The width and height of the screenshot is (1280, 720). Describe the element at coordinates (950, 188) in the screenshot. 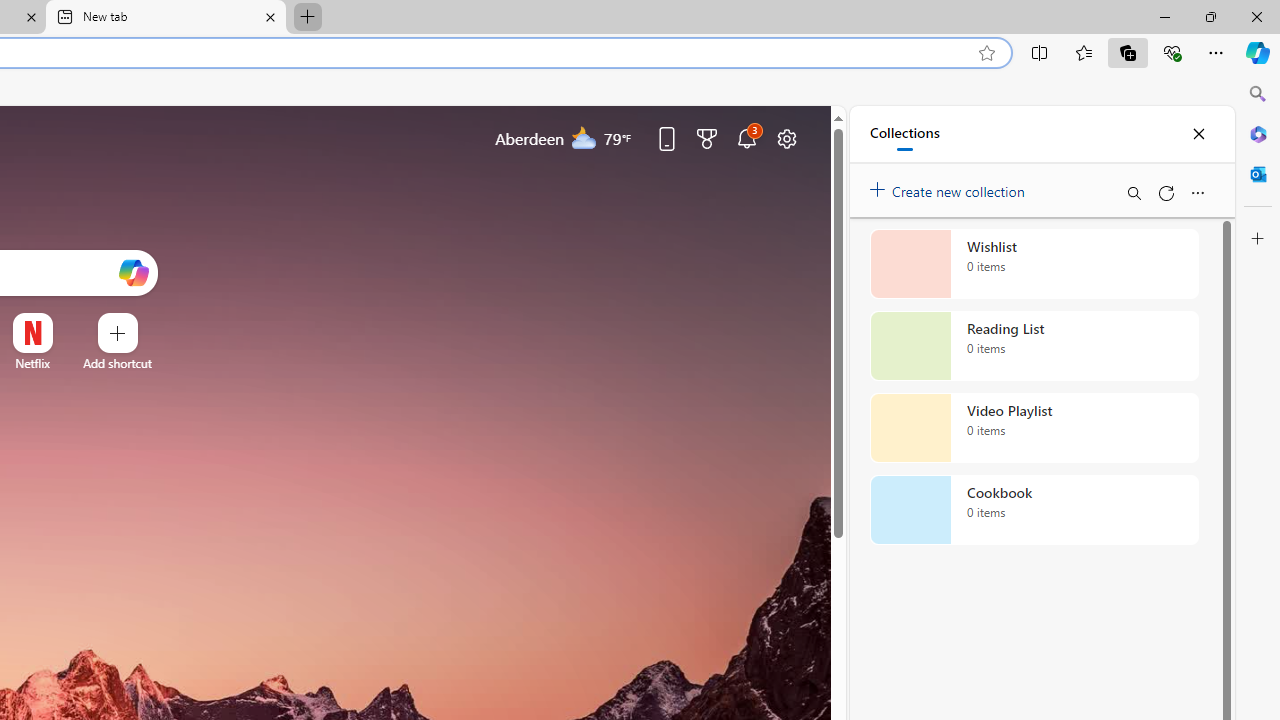

I see `'Create new collection'` at that location.